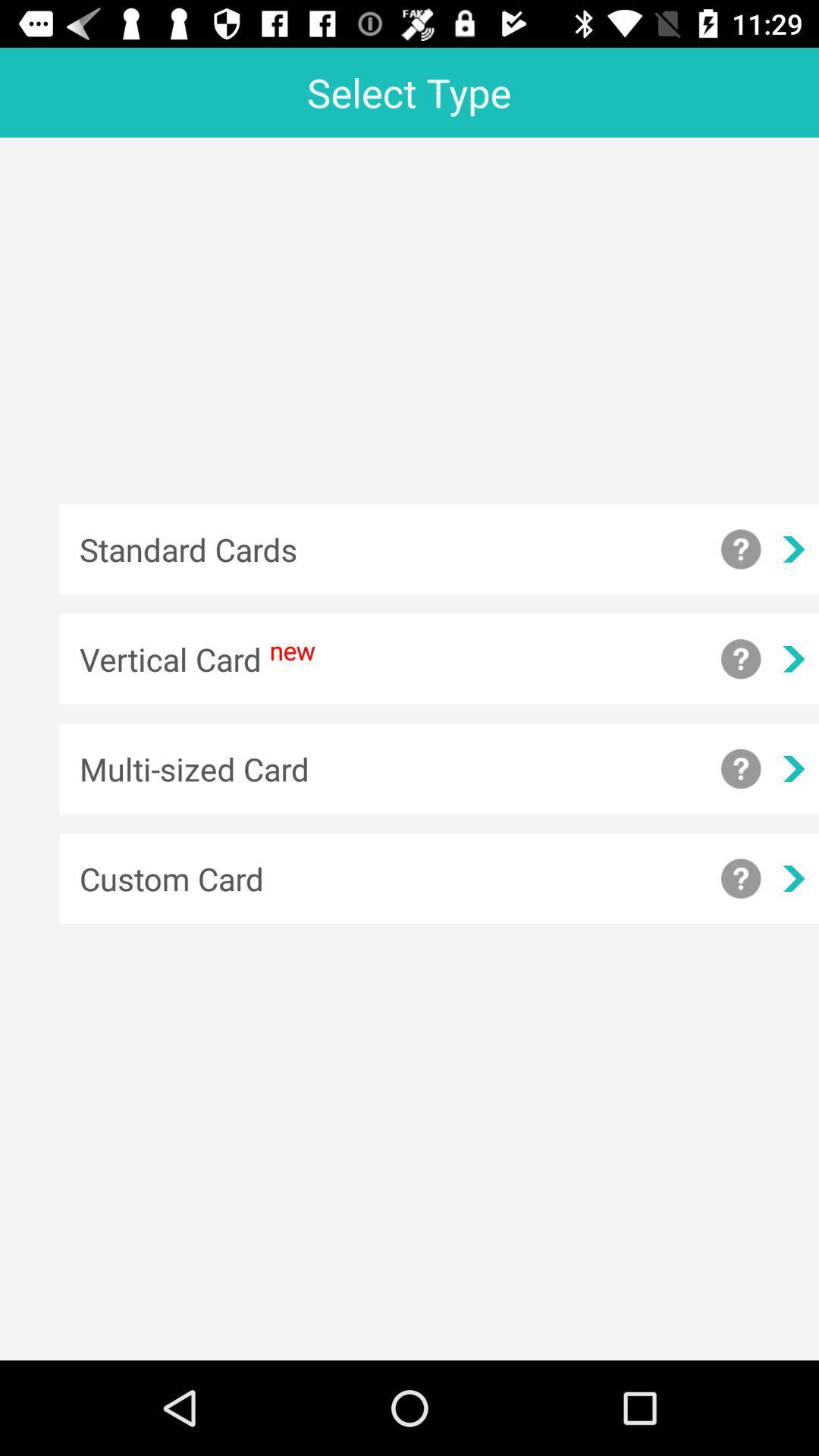 The width and height of the screenshot is (819, 1456). Describe the element at coordinates (740, 878) in the screenshot. I see `the help icon` at that location.